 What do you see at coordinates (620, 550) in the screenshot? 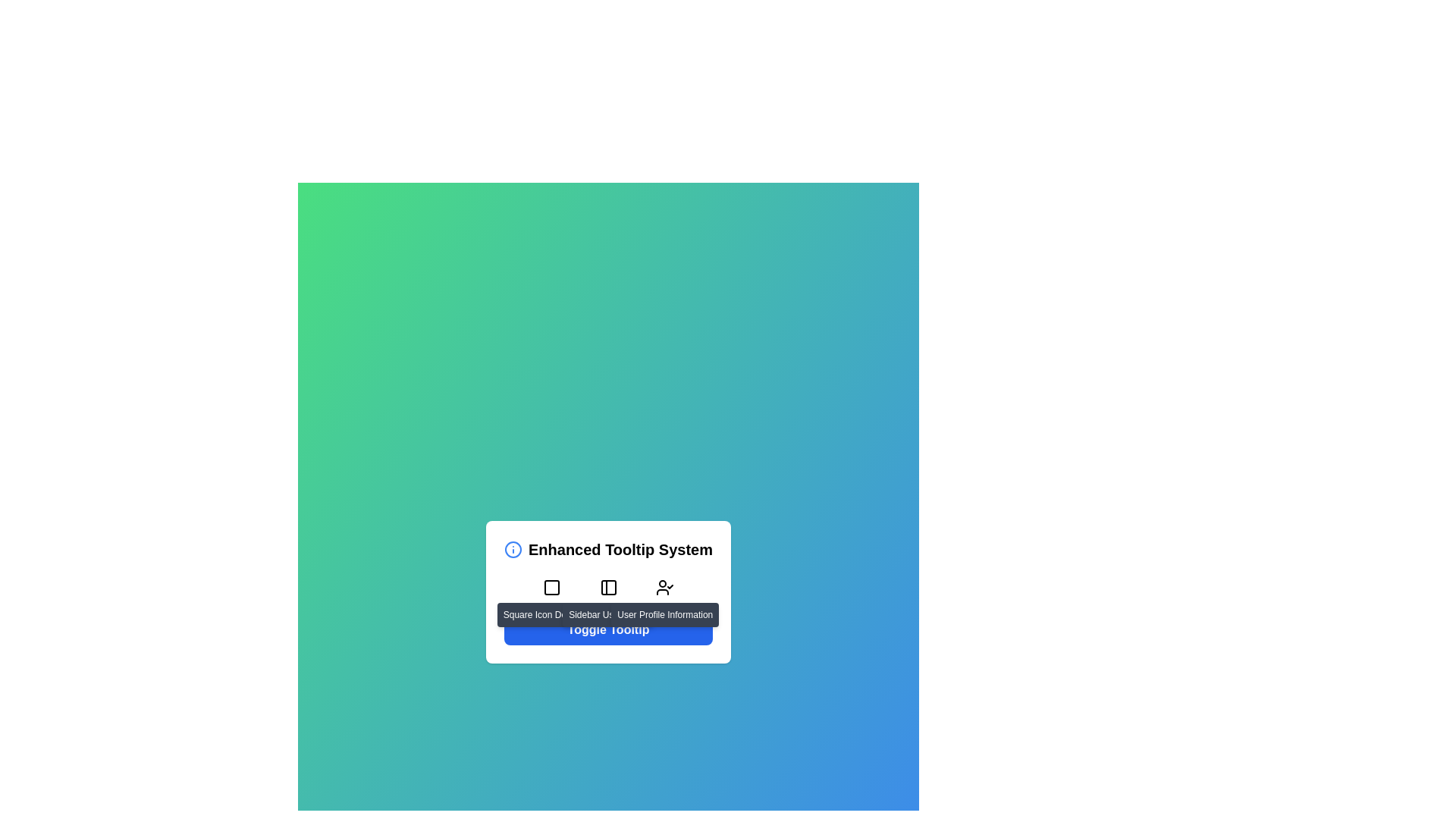
I see `the text label element that serves as a title or heading for the enhanced tooltip system, positioned to the right of the informational icon` at bounding box center [620, 550].